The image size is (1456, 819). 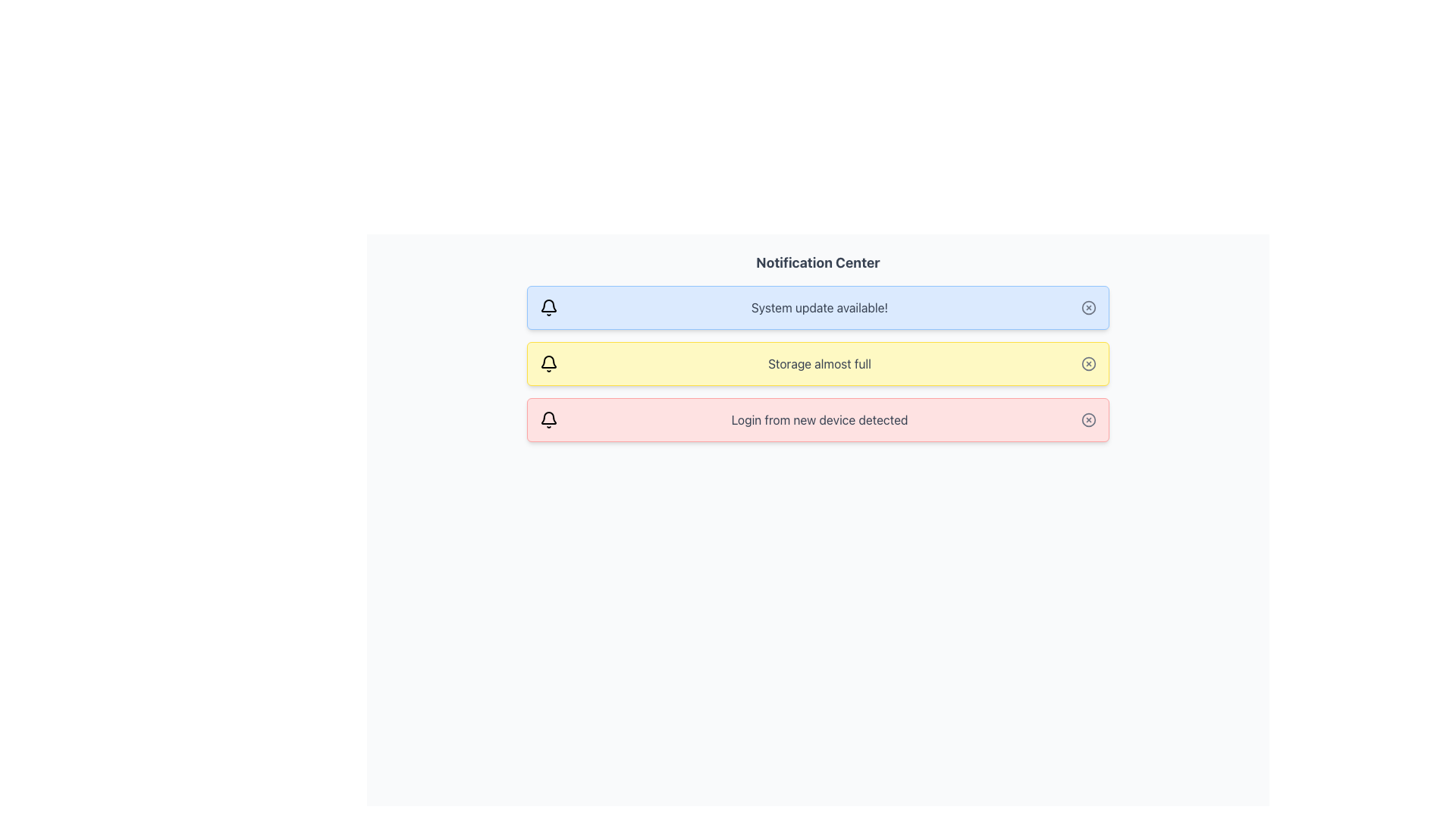 I want to click on the dismiss button located in the bottom-most notification card labeled 'Login from new device detected', so click(x=1087, y=420).